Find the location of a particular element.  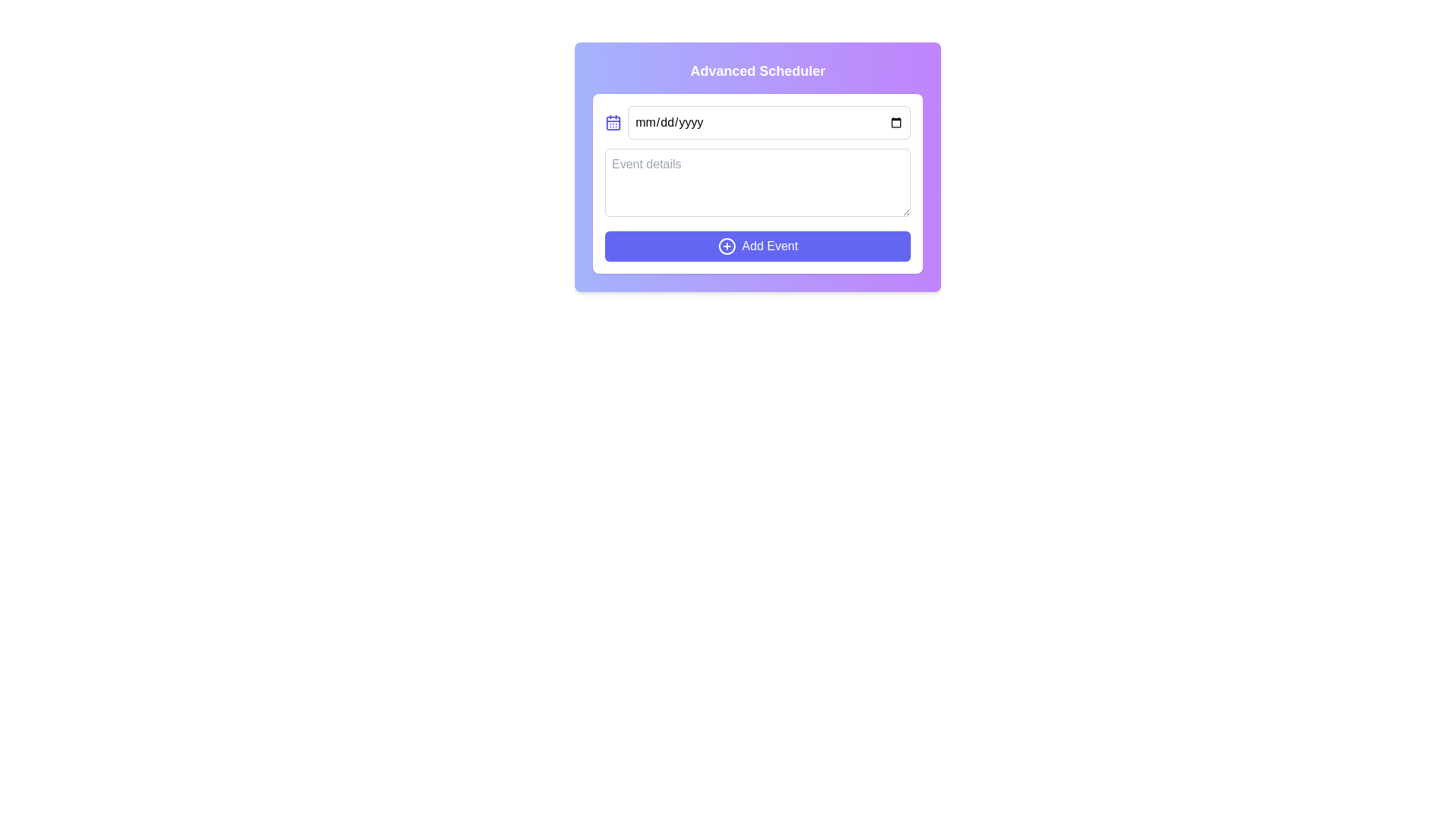

the SVG Icon that represents the 'Add Event' functionality, which is located to the left of the 'Add Event' button text is located at coordinates (726, 245).